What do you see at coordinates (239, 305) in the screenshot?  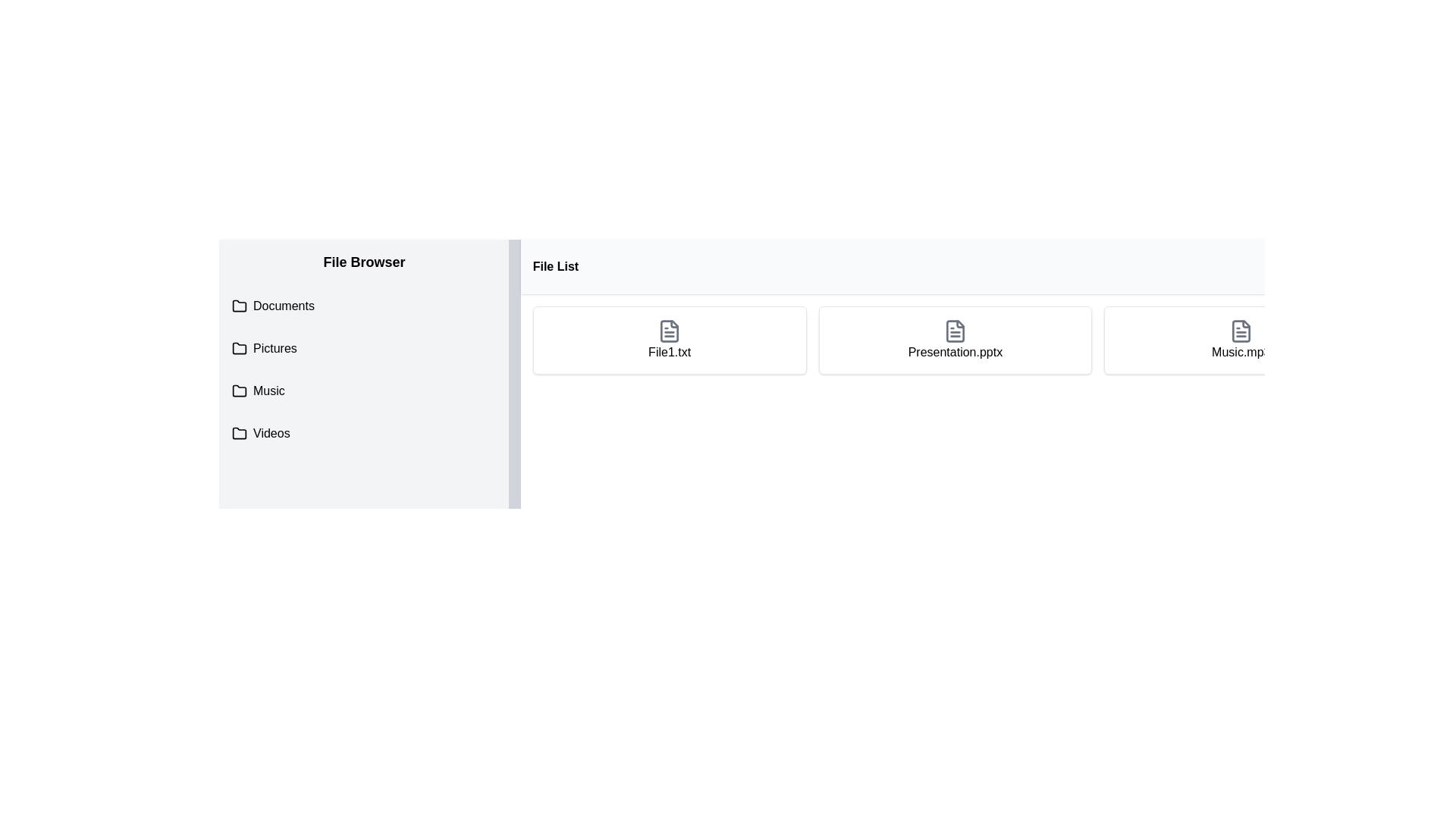 I see `the folder icon located next to the 'Documents' label in the file browser panel, which is the first icon in the list of folder icons` at bounding box center [239, 305].